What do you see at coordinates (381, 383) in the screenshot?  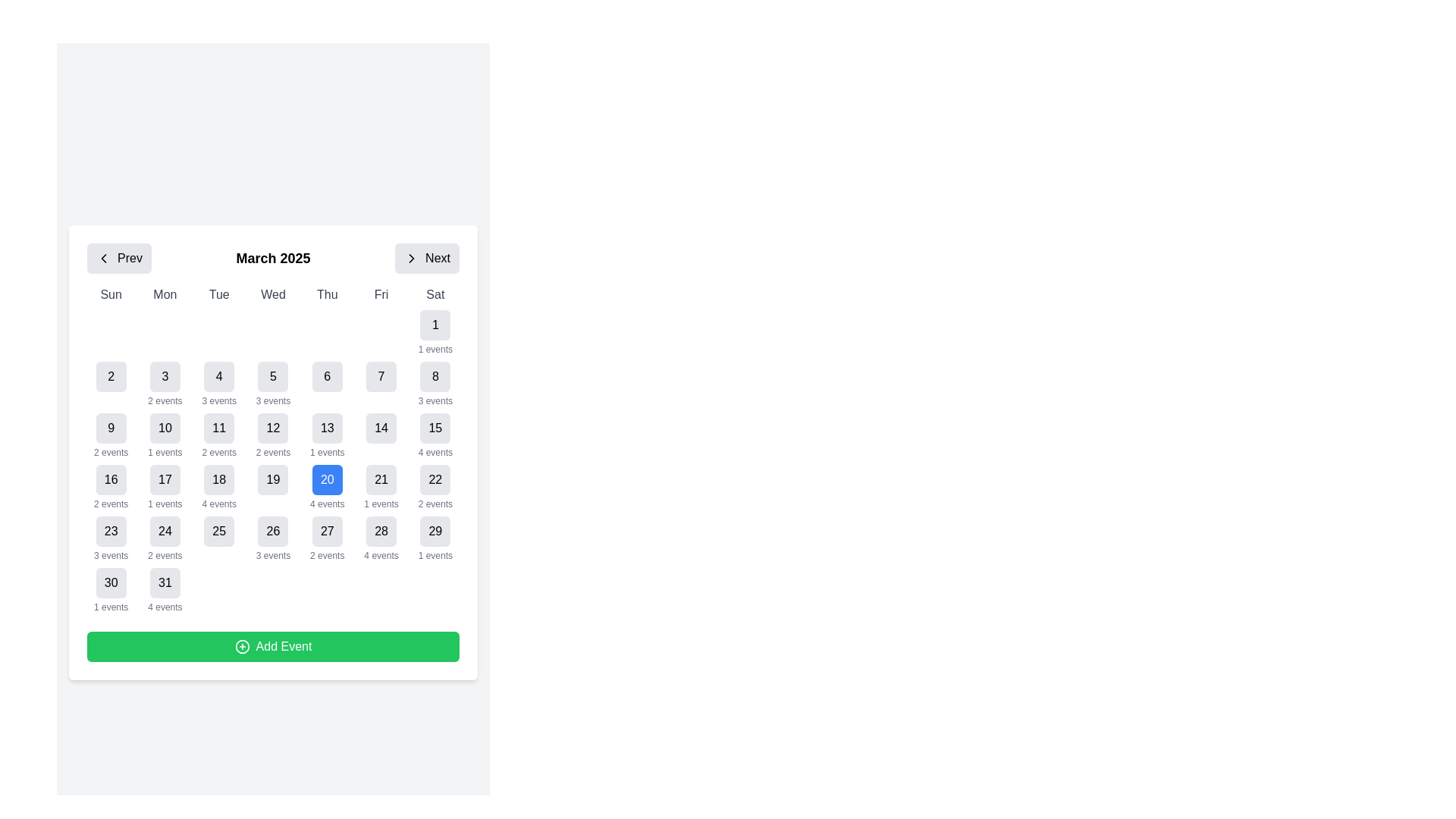 I see `the date '7' button in the calendar view` at bounding box center [381, 383].